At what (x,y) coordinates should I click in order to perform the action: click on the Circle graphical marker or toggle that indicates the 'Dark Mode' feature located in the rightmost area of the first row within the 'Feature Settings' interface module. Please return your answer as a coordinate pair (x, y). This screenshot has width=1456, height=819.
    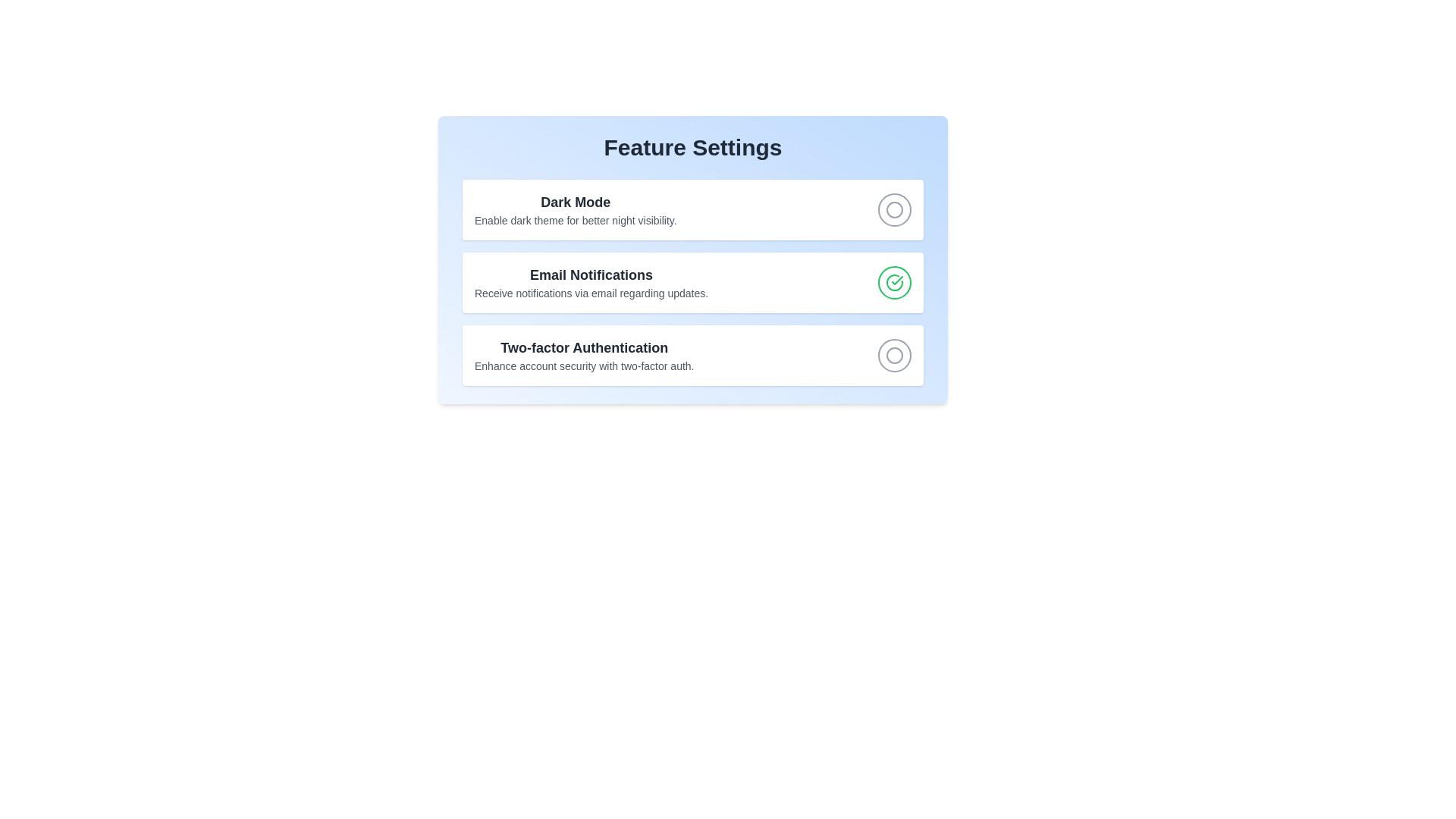
    Looking at the image, I should click on (895, 210).